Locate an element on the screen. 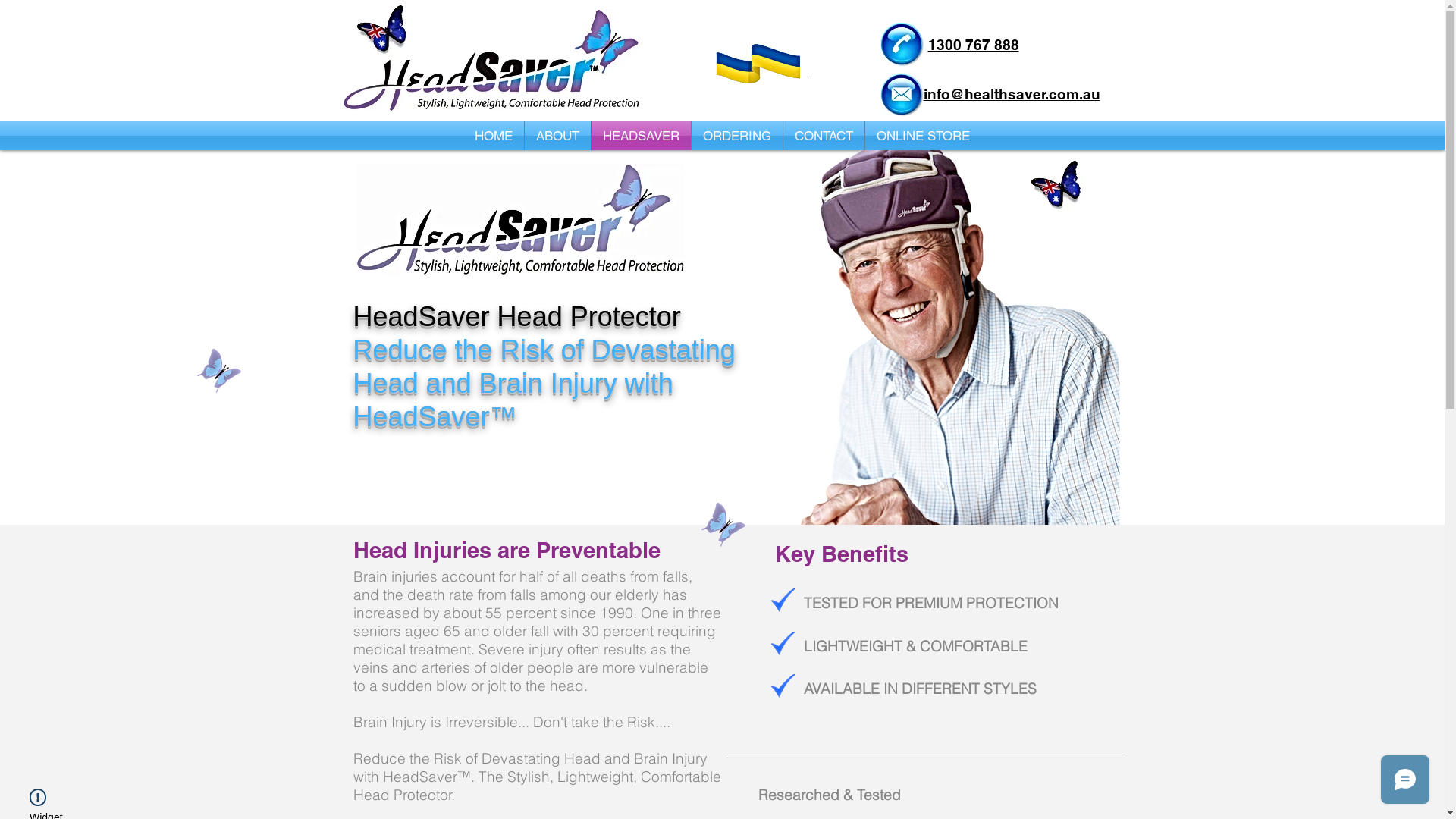 This screenshot has width=1456, height=819. 'ONLINE STORE' is located at coordinates (922, 134).